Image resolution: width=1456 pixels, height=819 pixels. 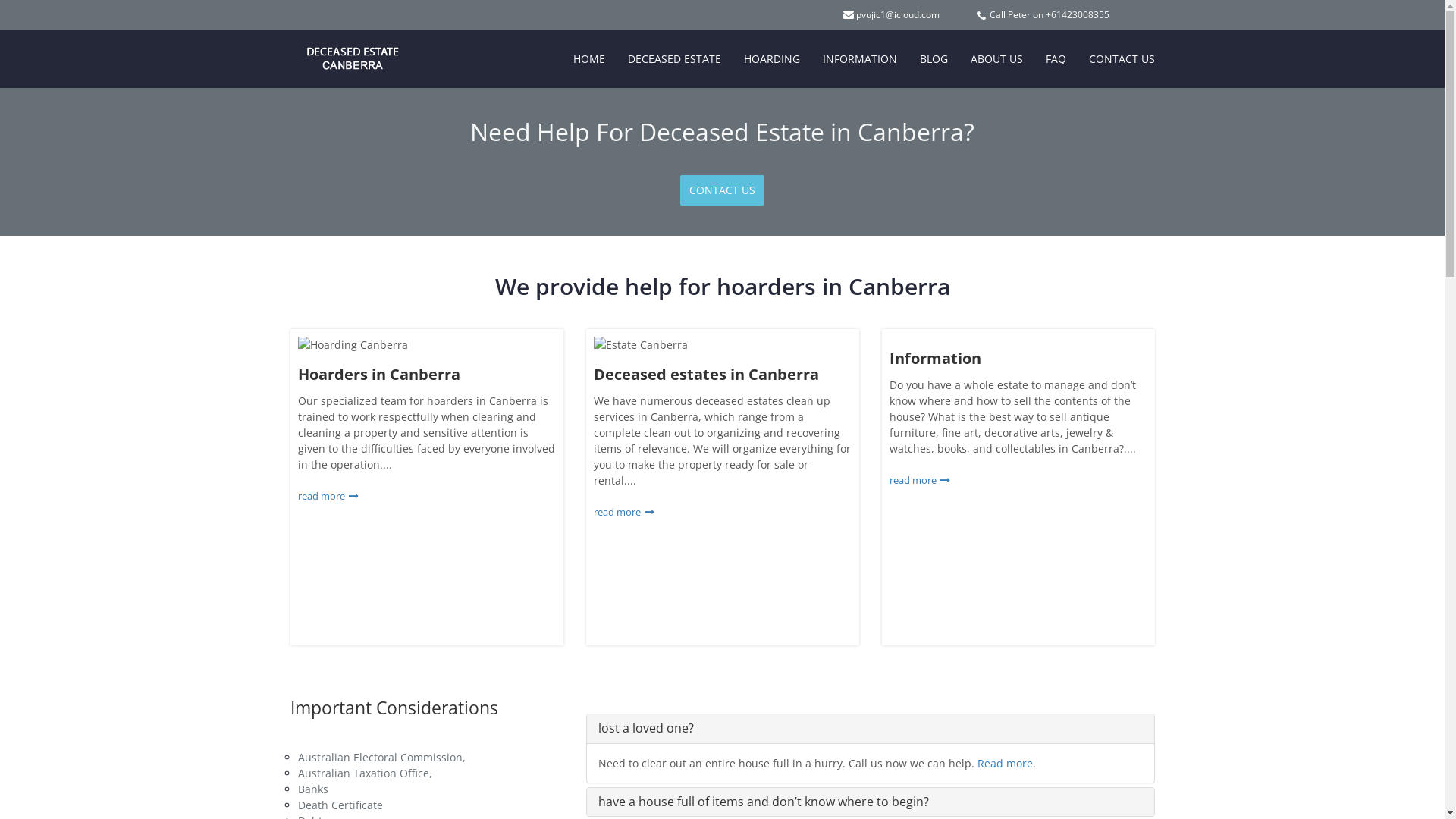 What do you see at coordinates (673, 58) in the screenshot?
I see `'DECEASED ESTATE'` at bounding box center [673, 58].